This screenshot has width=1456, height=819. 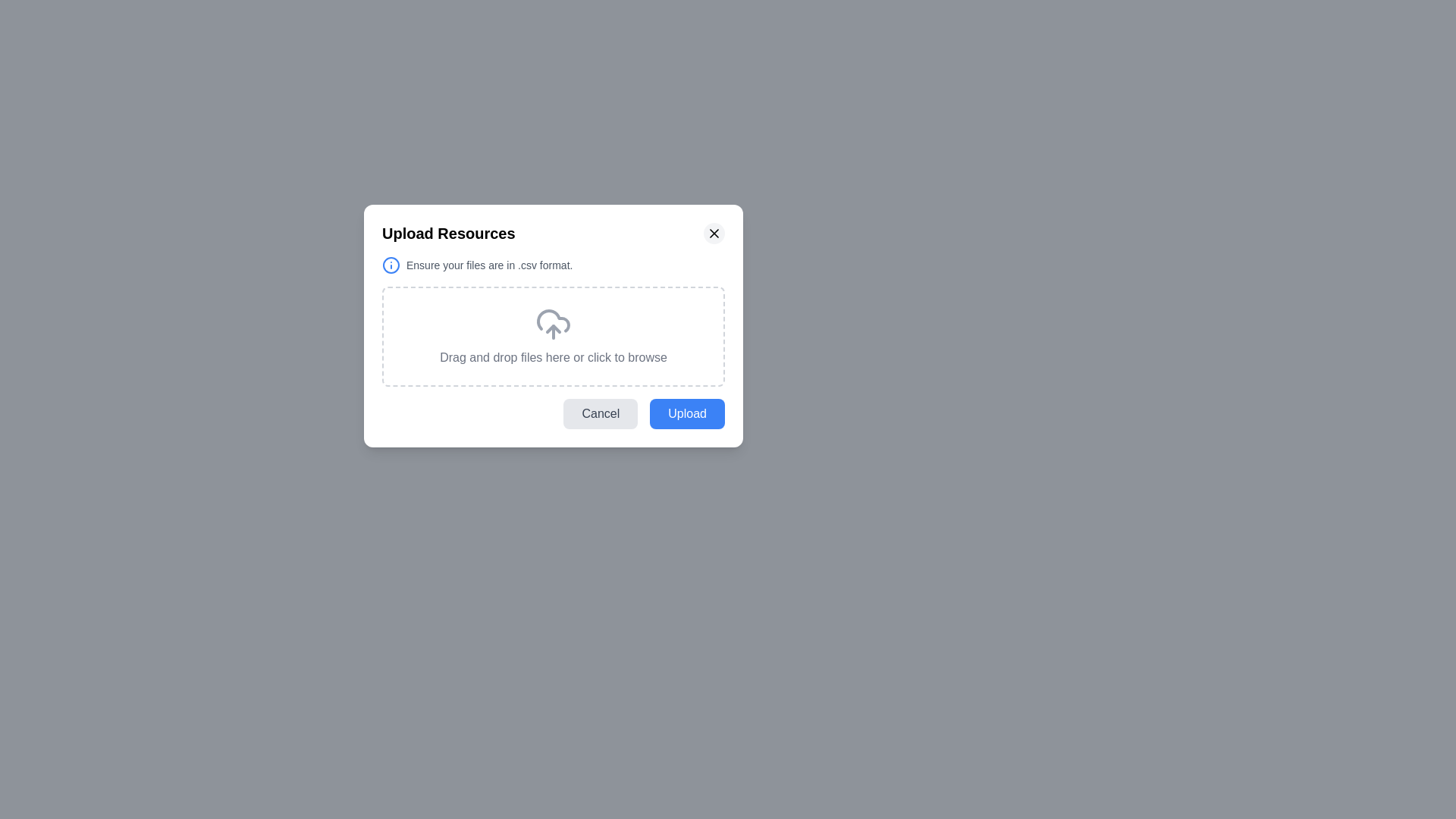 I want to click on the 'X' icon located at the top-right corner of the modal dialog box, so click(x=713, y=234).